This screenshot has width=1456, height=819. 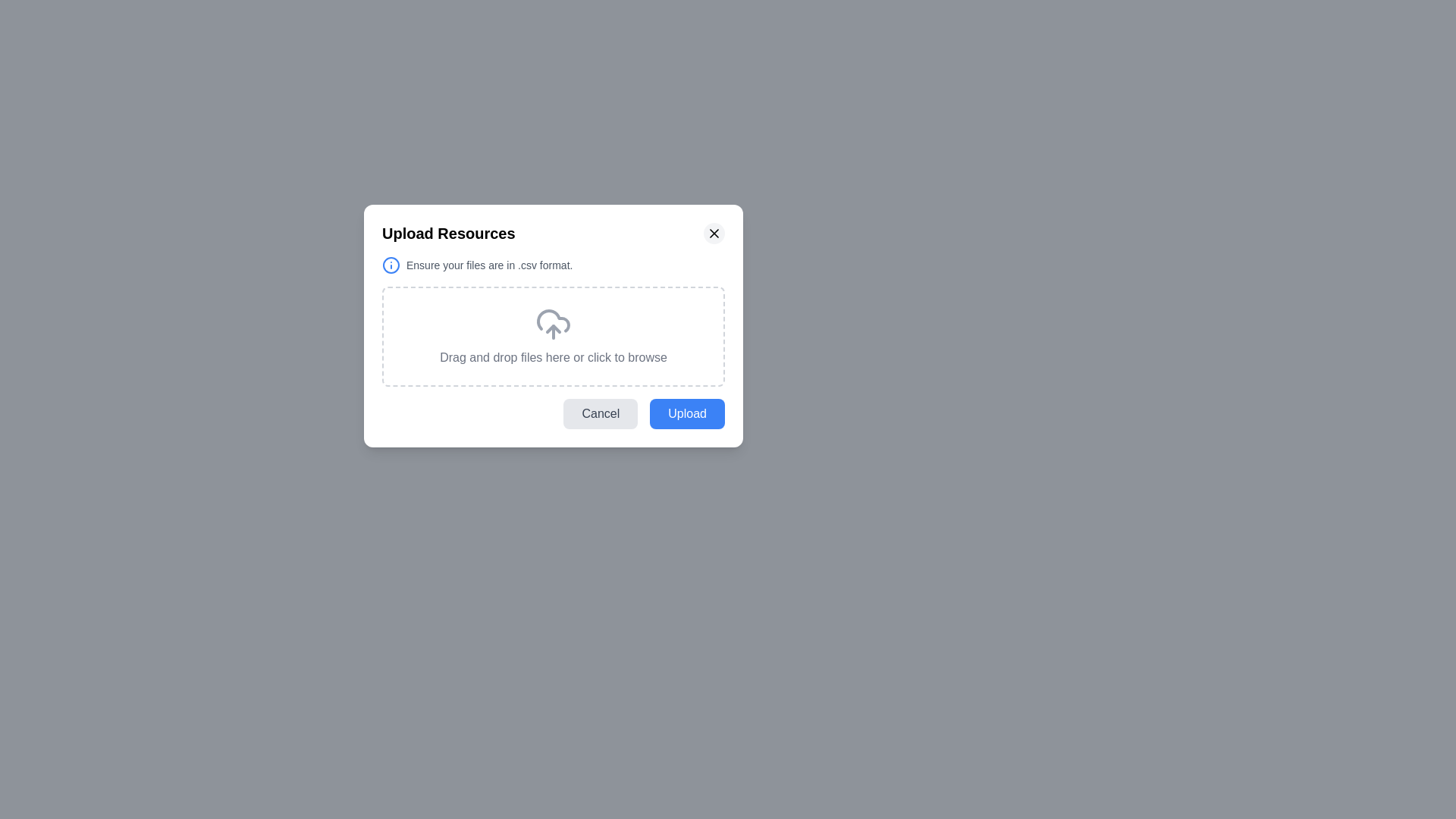 I want to click on the 'X' icon located at the top-right corner of the modal dialog box, so click(x=713, y=234).